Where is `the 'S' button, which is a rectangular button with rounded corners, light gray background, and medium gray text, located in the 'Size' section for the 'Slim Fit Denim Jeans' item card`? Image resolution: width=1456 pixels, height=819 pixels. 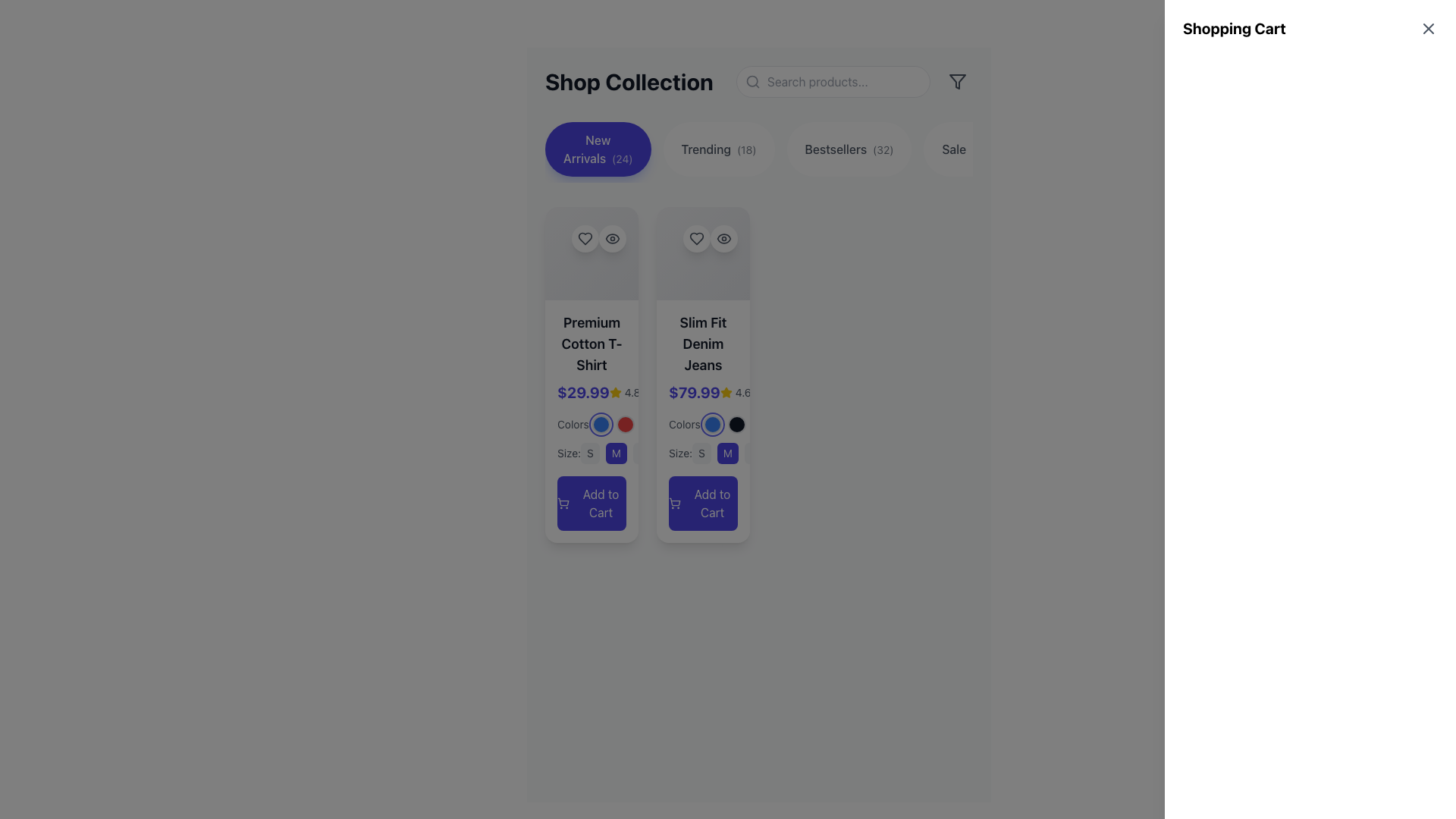
the 'S' button, which is a rectangular button with rounded corners, light gray background, and medium gray text, located in the 'Size' section for the 'Slim Fit Denim Jeans' item card is located at coordinates (701, 452).